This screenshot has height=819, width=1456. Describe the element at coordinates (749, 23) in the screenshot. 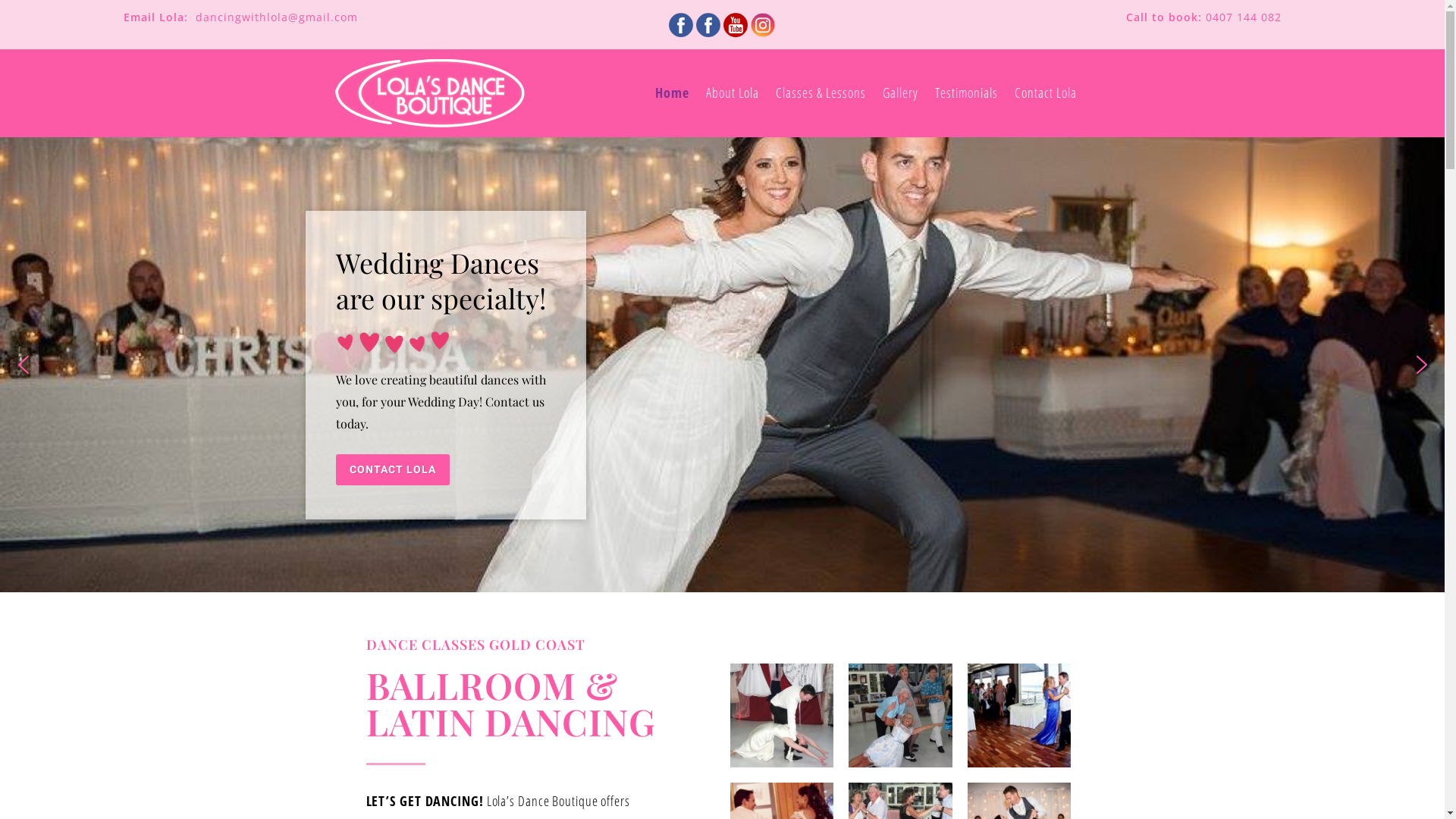

I see `'Instagram'` at that location.